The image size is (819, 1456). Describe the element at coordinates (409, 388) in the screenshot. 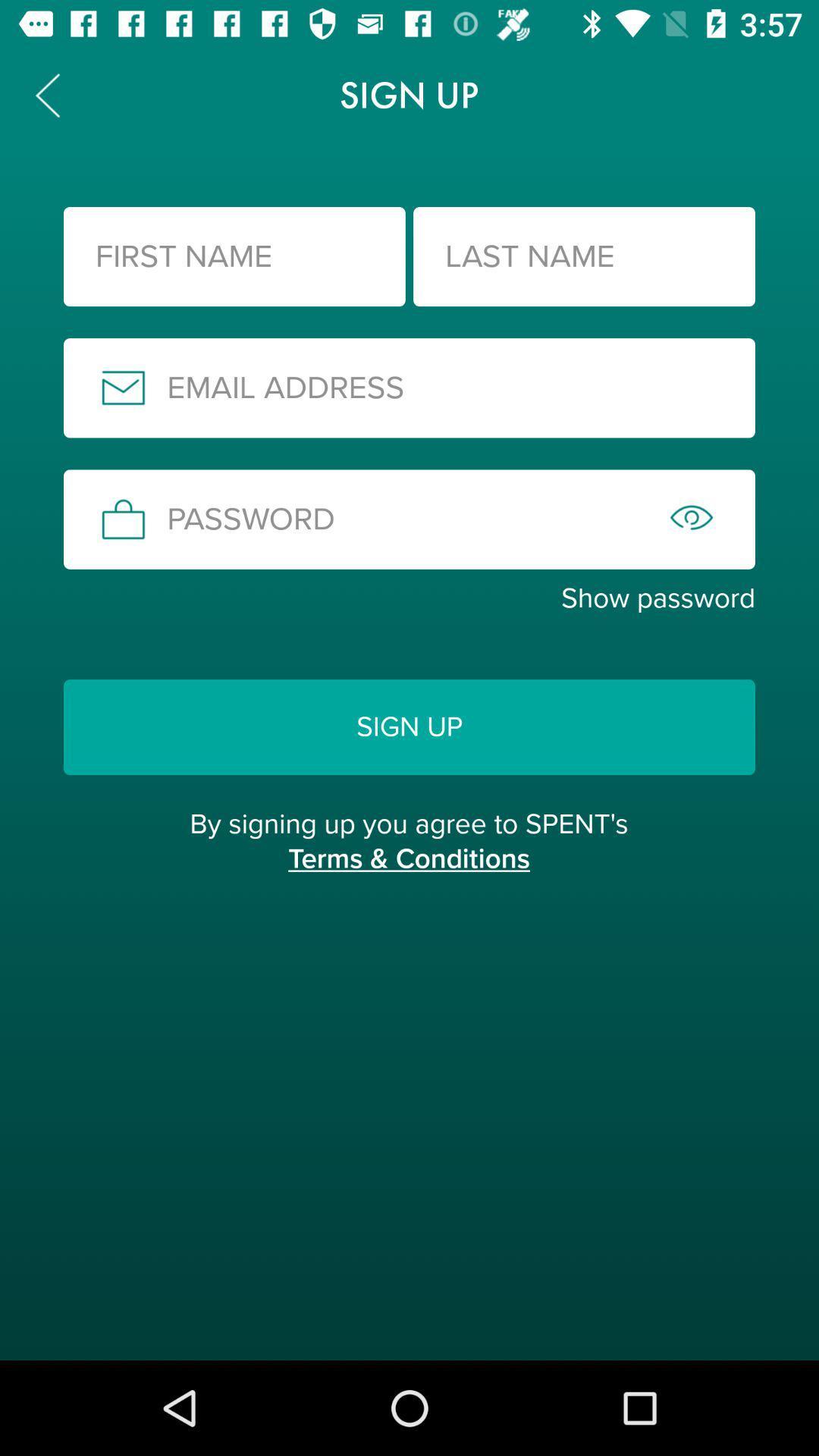

I see `email` at that location.